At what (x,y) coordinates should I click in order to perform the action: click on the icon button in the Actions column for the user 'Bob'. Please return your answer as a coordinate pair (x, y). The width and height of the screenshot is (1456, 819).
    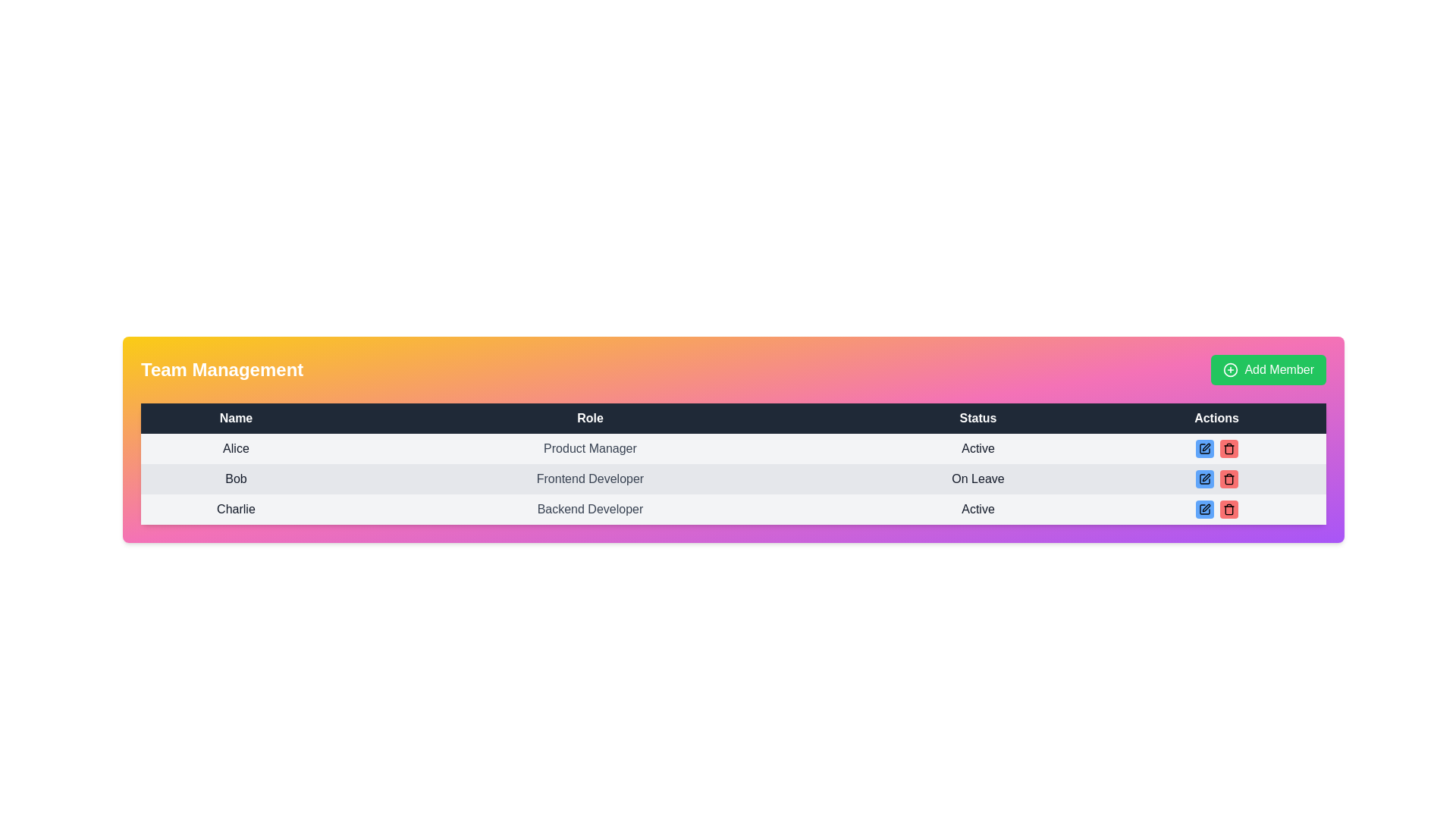
    Looking at the image, I should click on (1203, 509).